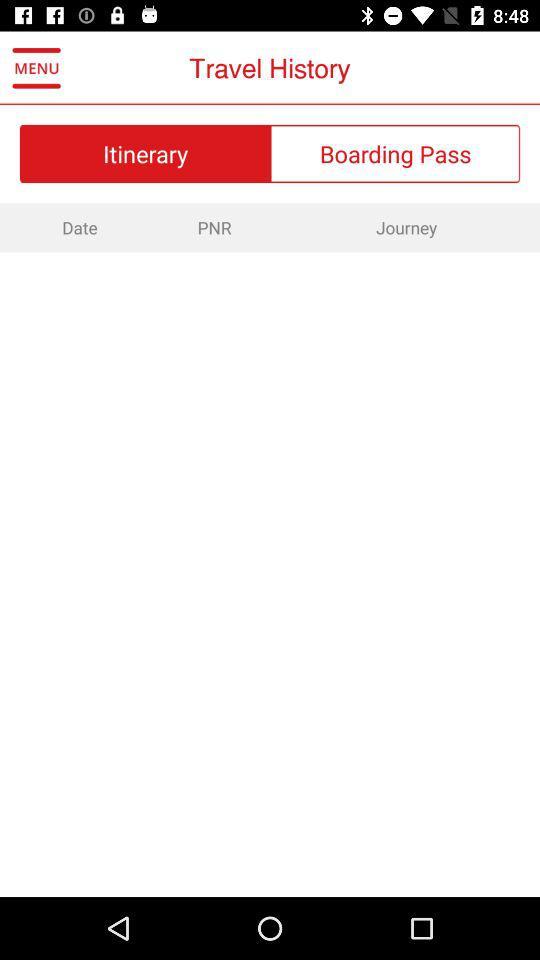 The image size is (540, 960). Describe the element at coordinates (405, 227) in the screenshot. I see `item next to pnr` at that location.